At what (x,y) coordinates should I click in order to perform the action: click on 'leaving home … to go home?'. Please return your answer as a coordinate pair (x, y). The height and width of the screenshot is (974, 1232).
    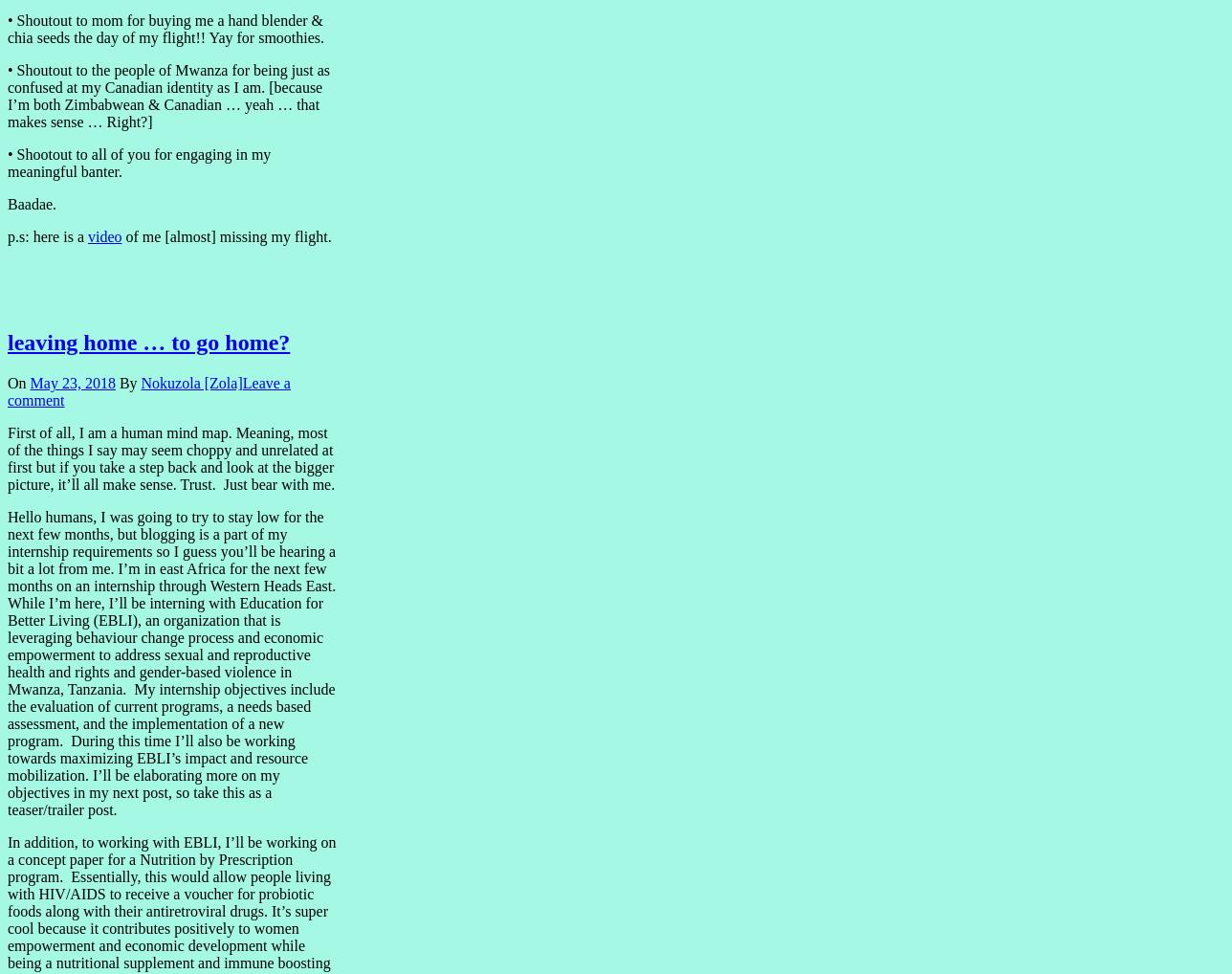
    Looking at the image, I should click on (148, 343).